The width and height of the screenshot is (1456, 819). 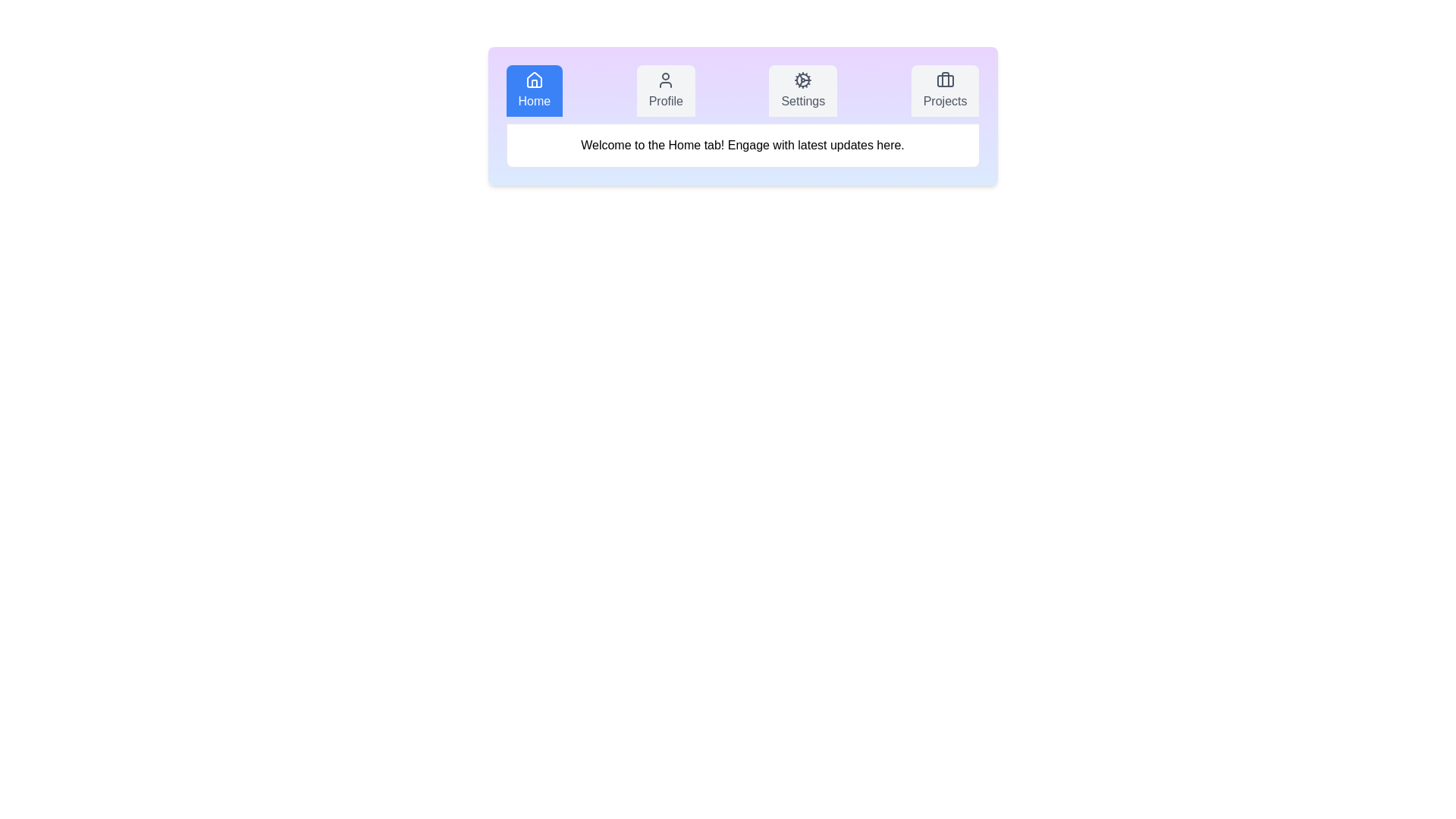 I want to click on the 'Home' icon located at the top-left corner of the navigation bar, so click(x=534, y=80).